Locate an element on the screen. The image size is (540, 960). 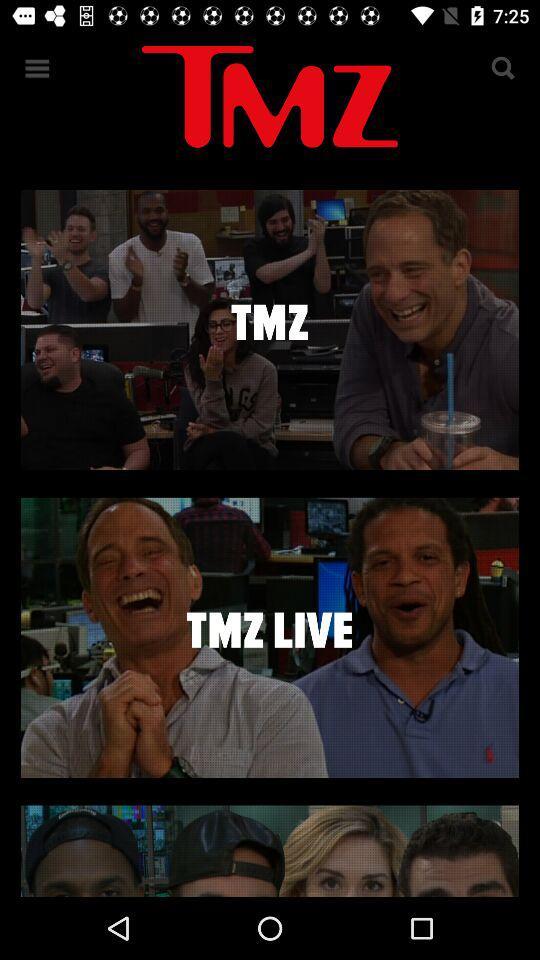
logo is located at coordinates (270, 100).